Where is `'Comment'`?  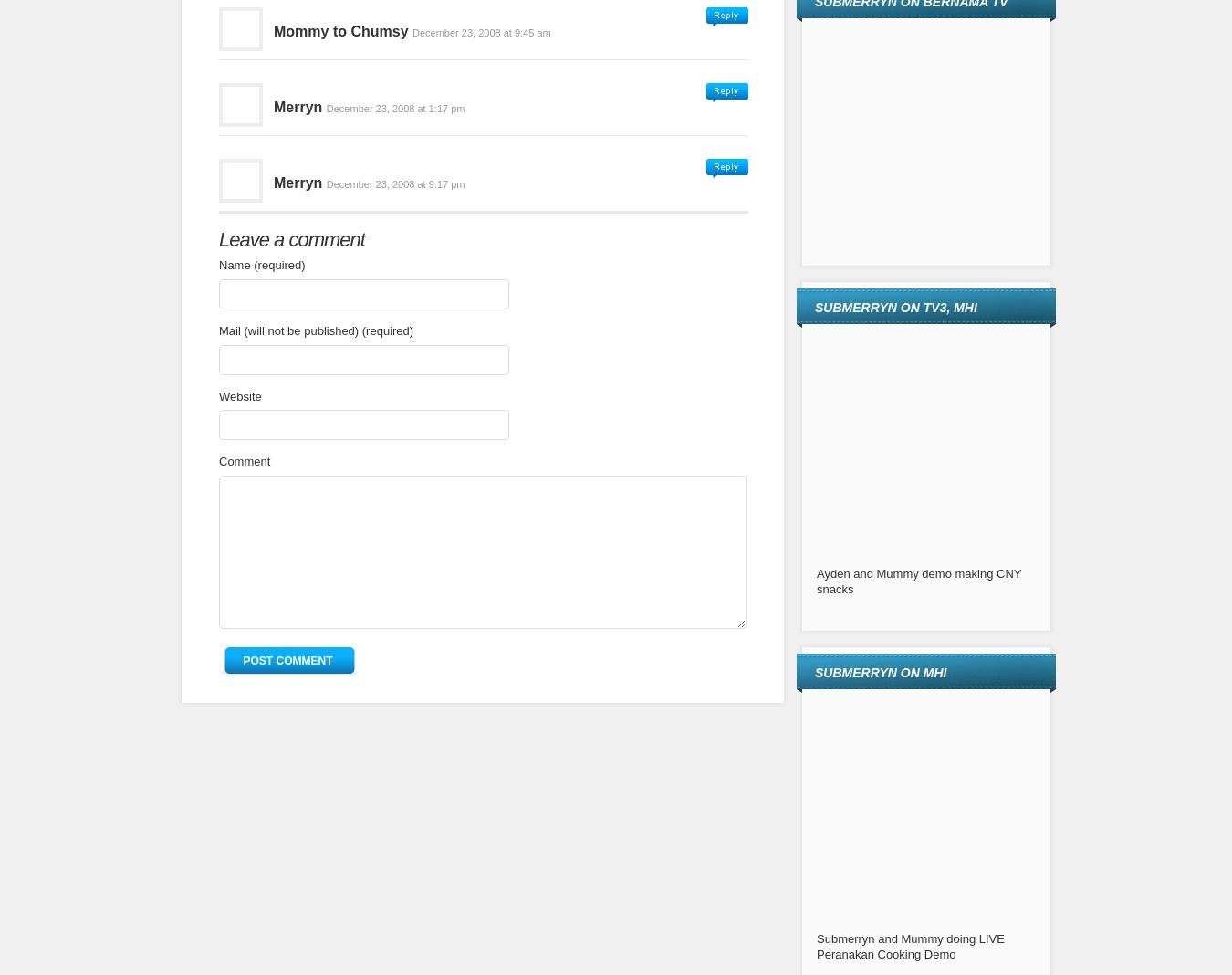 'Comment' is located at coordinates (243, 461).